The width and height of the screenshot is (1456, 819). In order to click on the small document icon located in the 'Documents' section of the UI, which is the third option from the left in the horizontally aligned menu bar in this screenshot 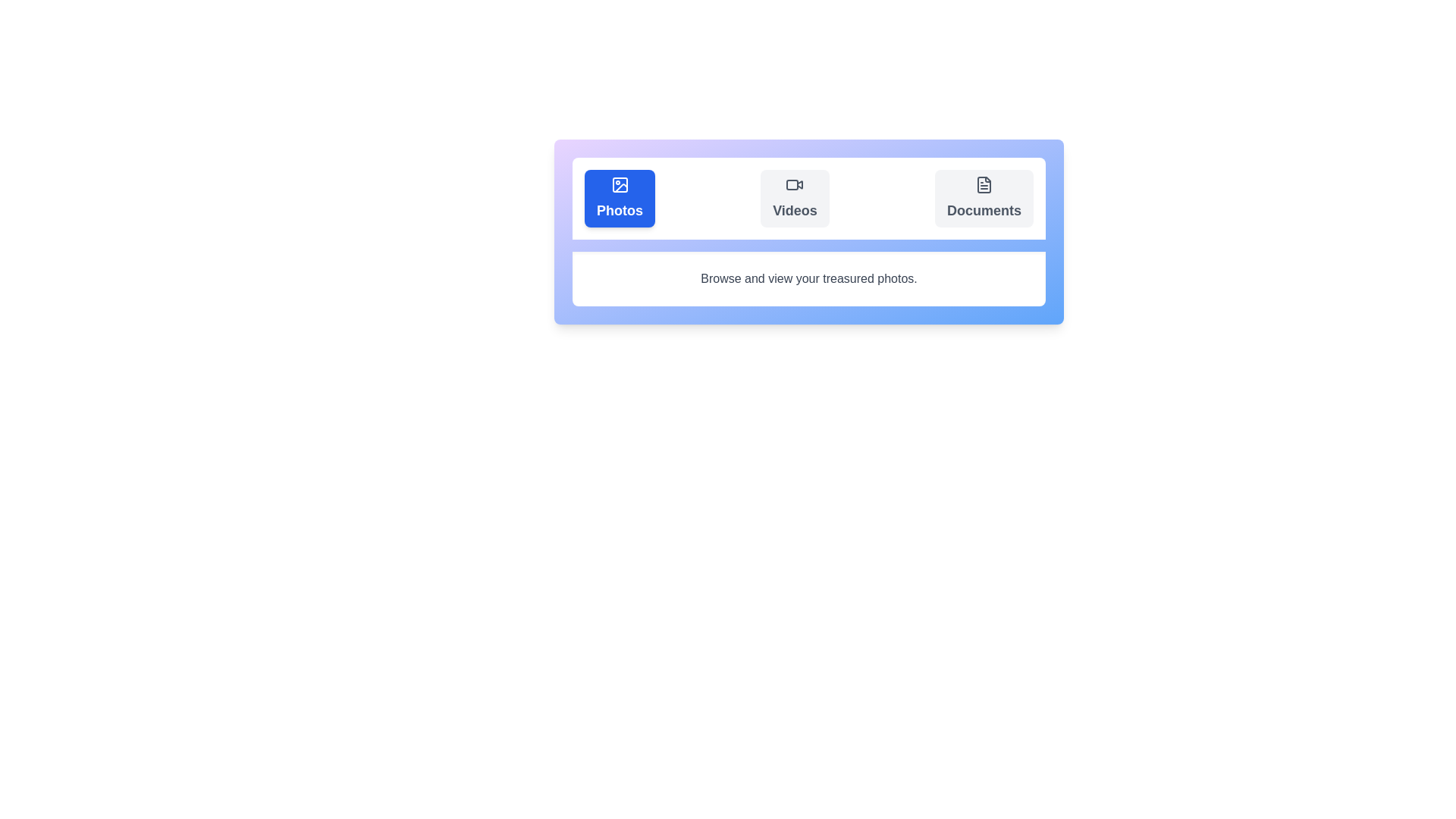, I will do `click(984, 184)`.